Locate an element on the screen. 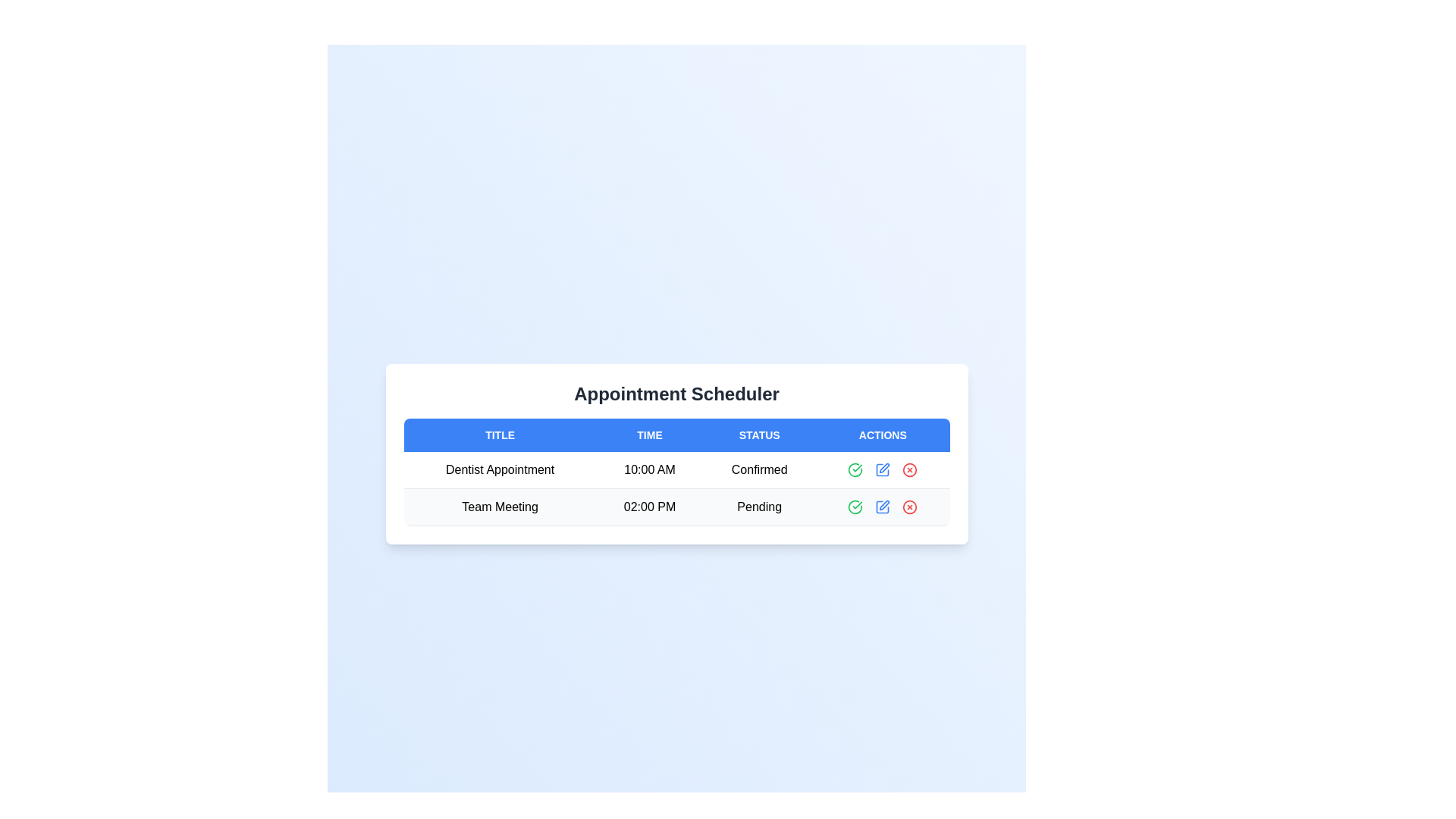 The width and height of the screenshot is (1456, 819). the blue-colored edit icon in the Actions column of the second row in the table, associated with the Team Meeting entry is located at coordinates (883, 507).